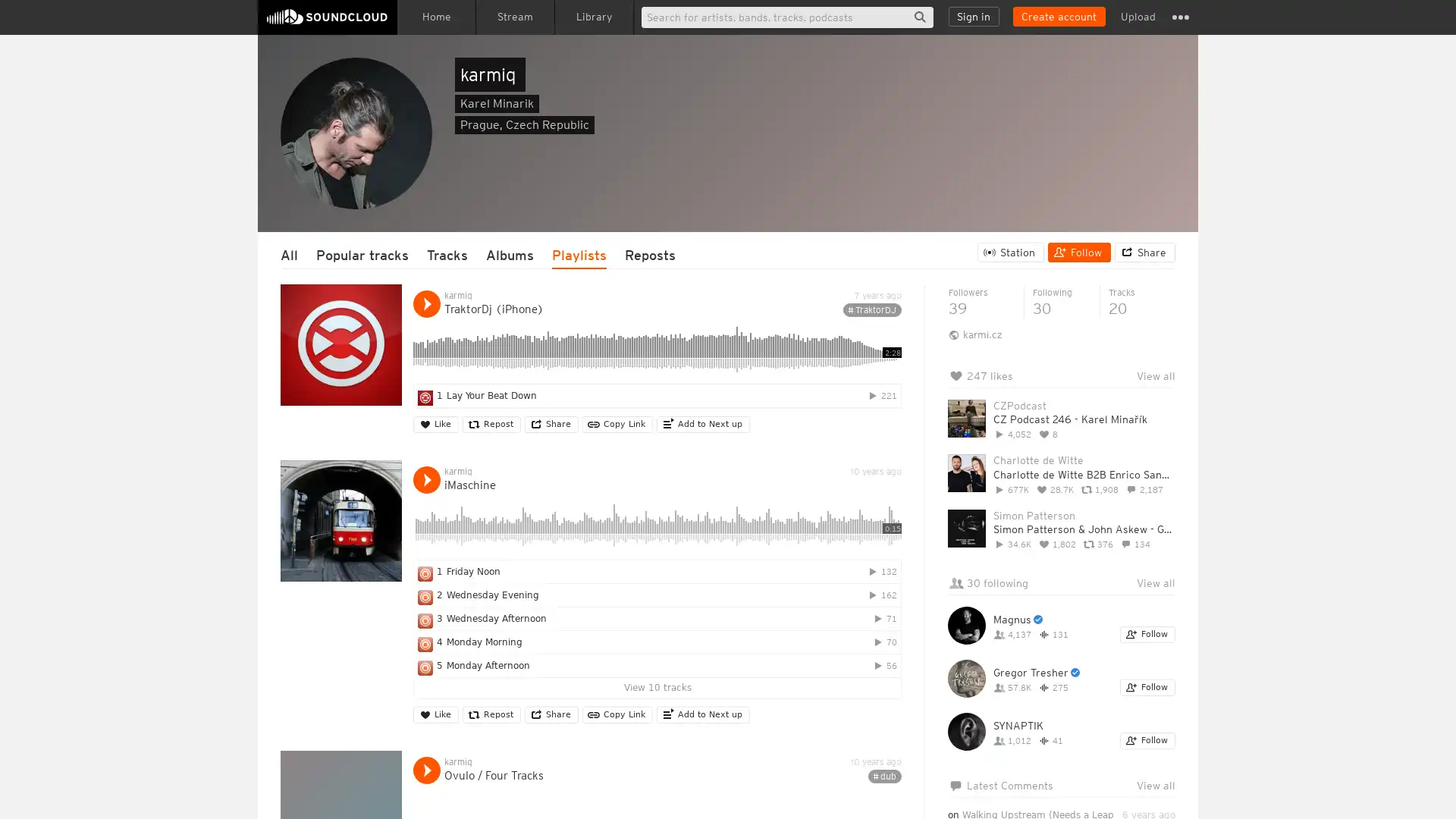 This screenshot has width=1456, height=819. What do you see at coordinates (435, 714) in the screenshot?
I see `Like` at bounding box center [435, 714].